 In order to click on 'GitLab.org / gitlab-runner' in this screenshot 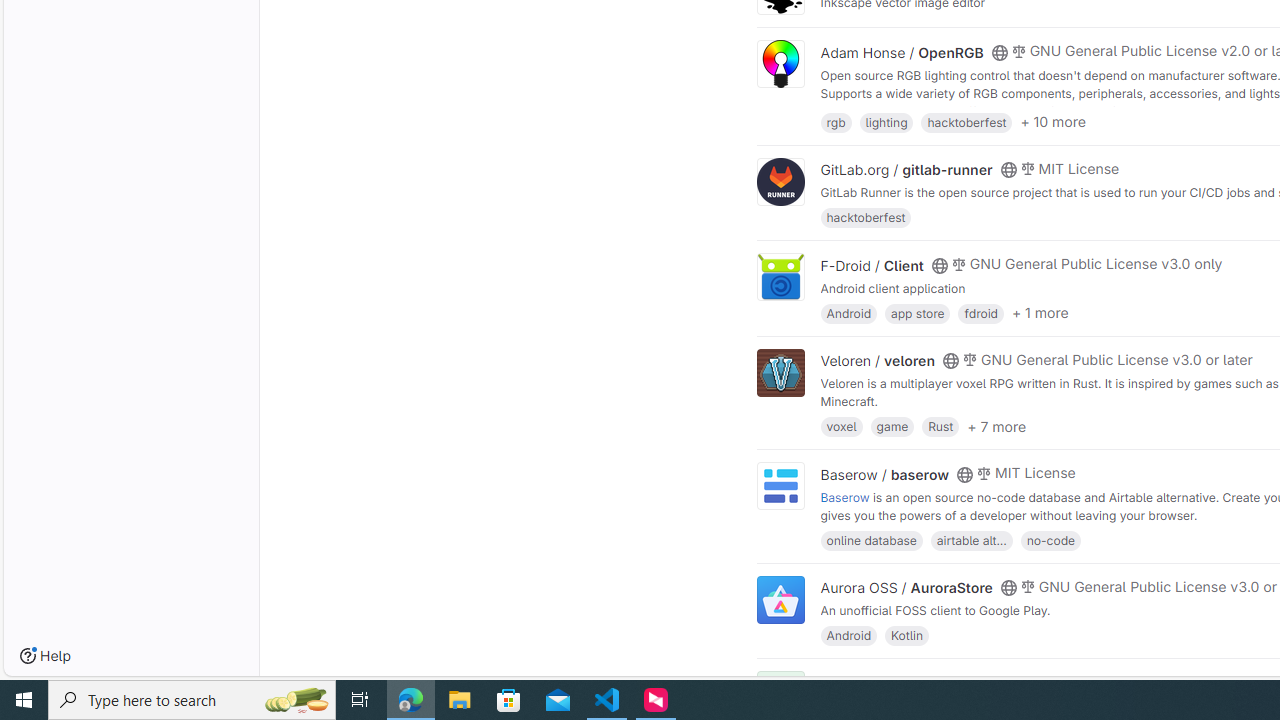, I will do `click(905, 169)`.